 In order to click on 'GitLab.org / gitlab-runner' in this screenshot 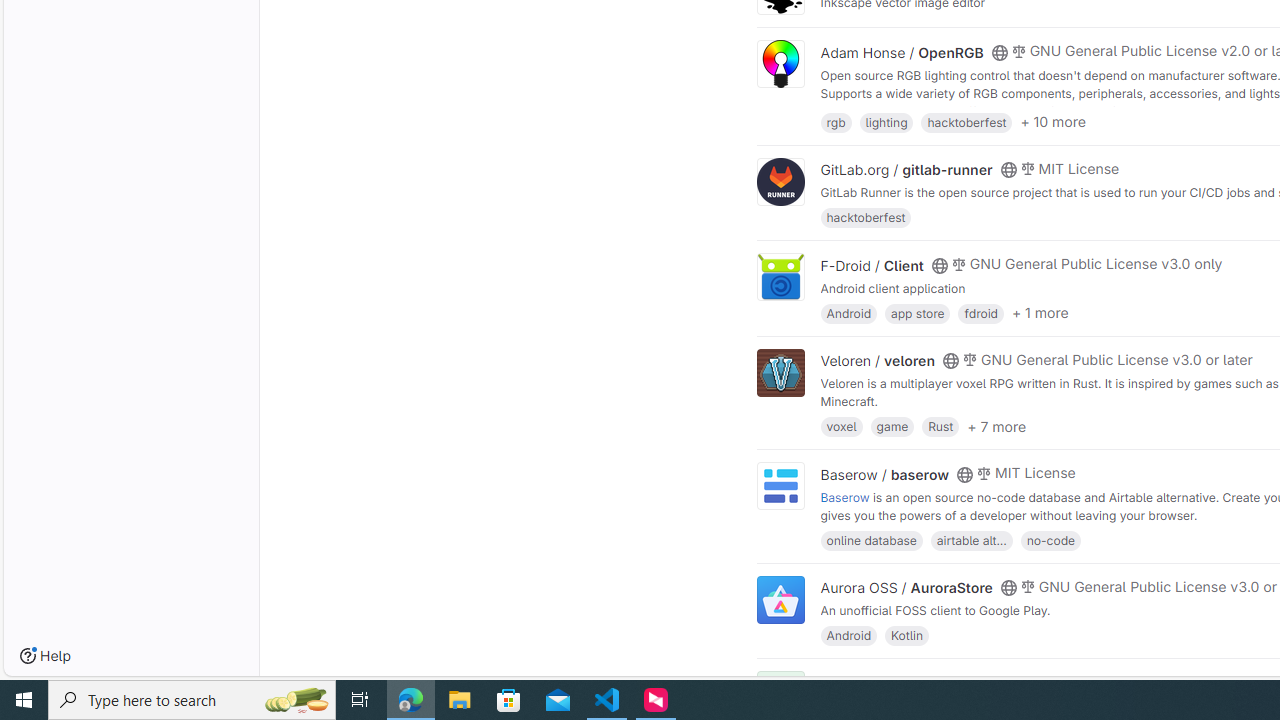, I will do `click(905, 169)`.